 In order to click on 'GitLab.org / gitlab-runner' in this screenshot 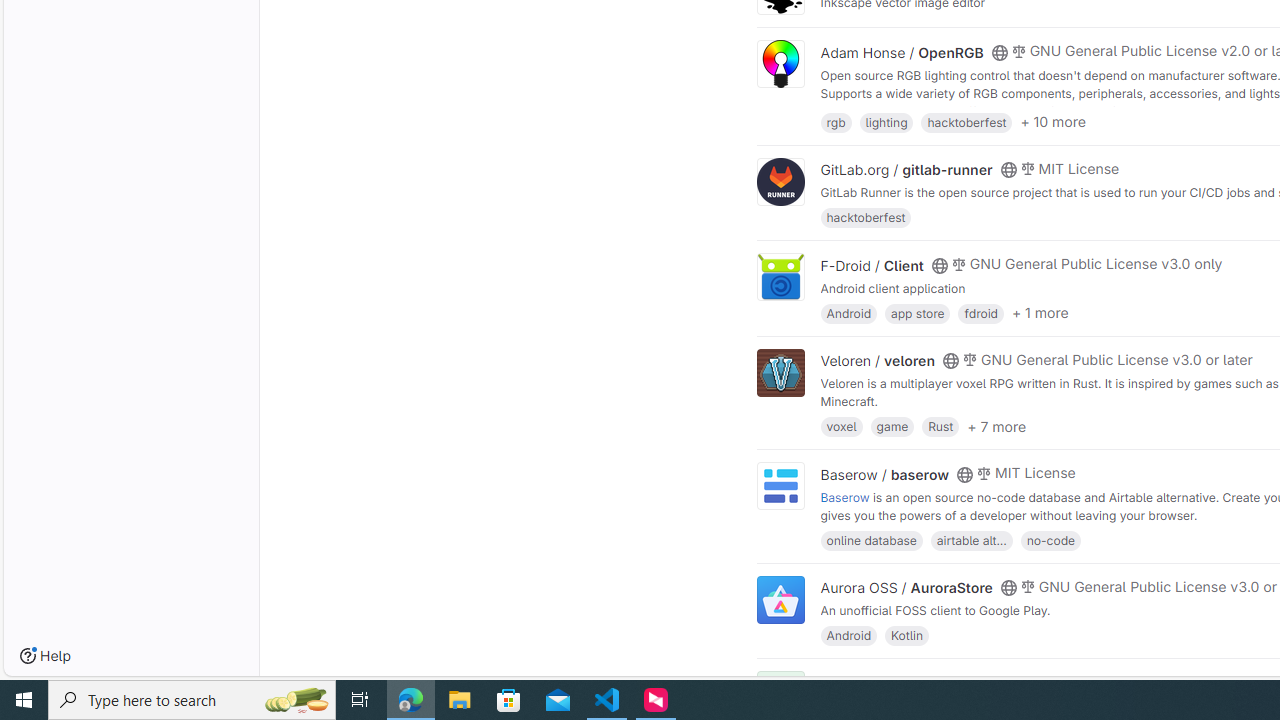, I will do `click(905, 169)`.